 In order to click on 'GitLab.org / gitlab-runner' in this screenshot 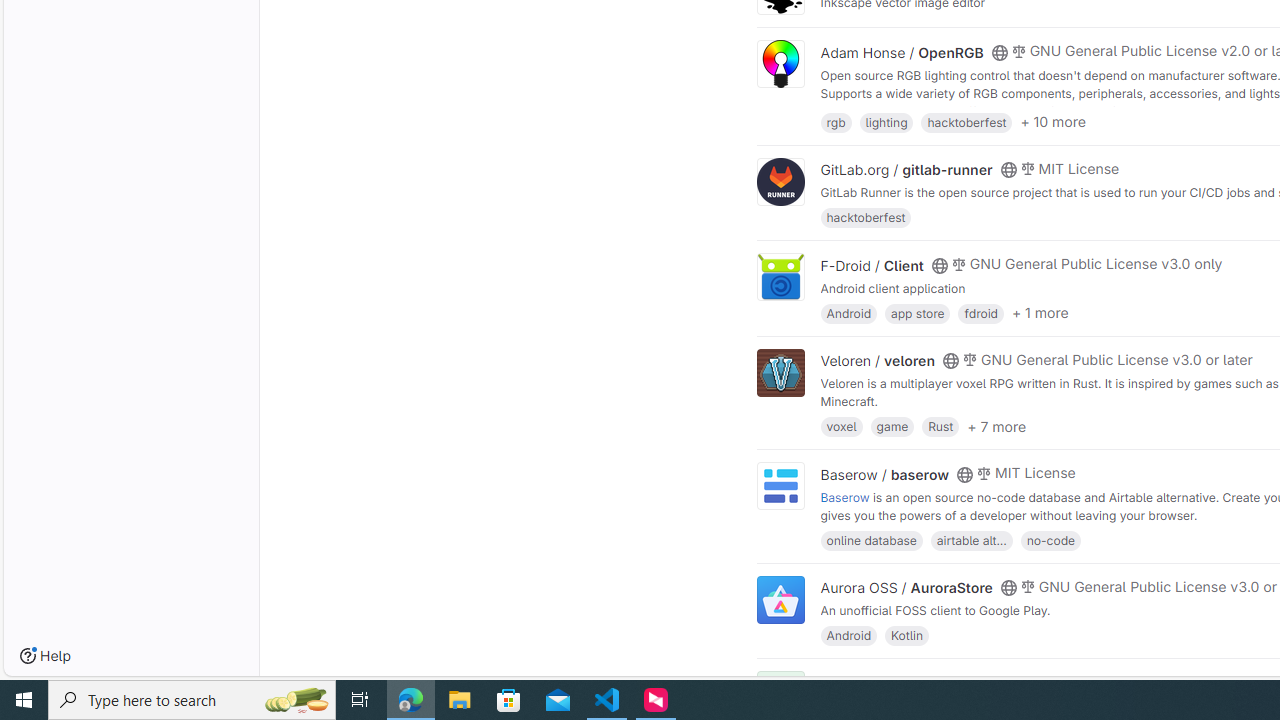, I will do `click(905, 169)`.